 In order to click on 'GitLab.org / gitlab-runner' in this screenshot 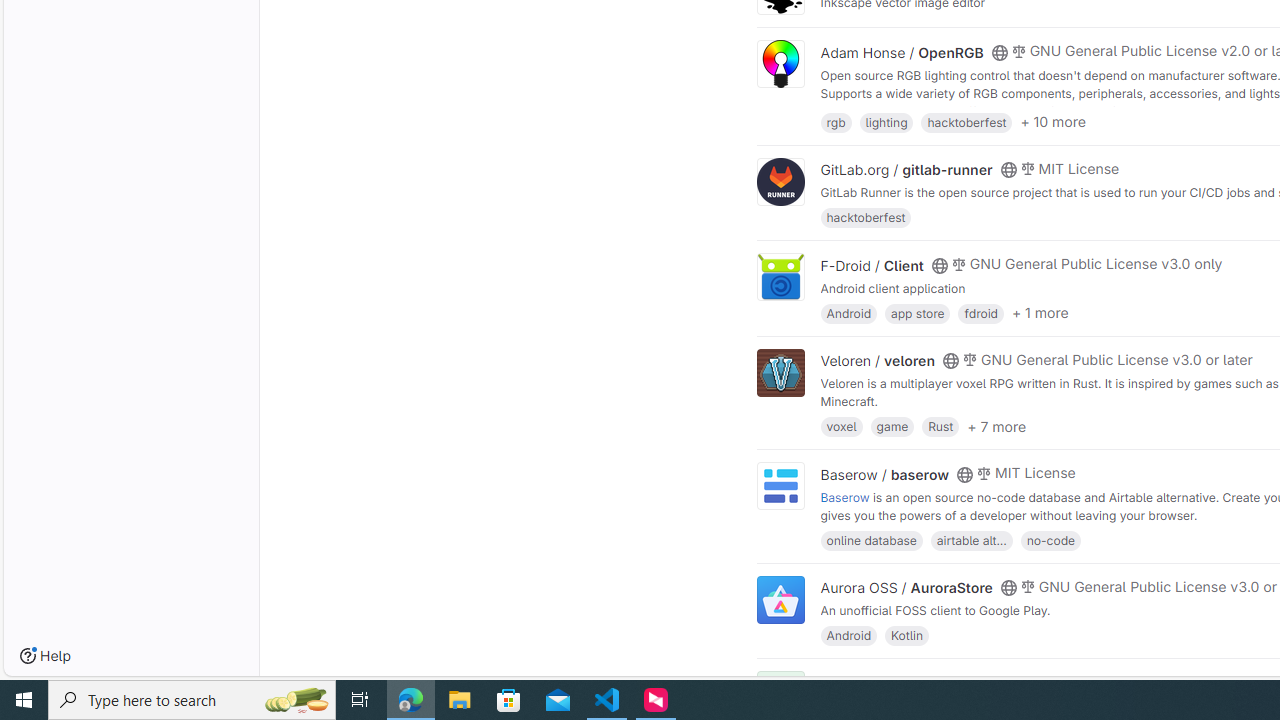, I will do `click(905, 169)`.